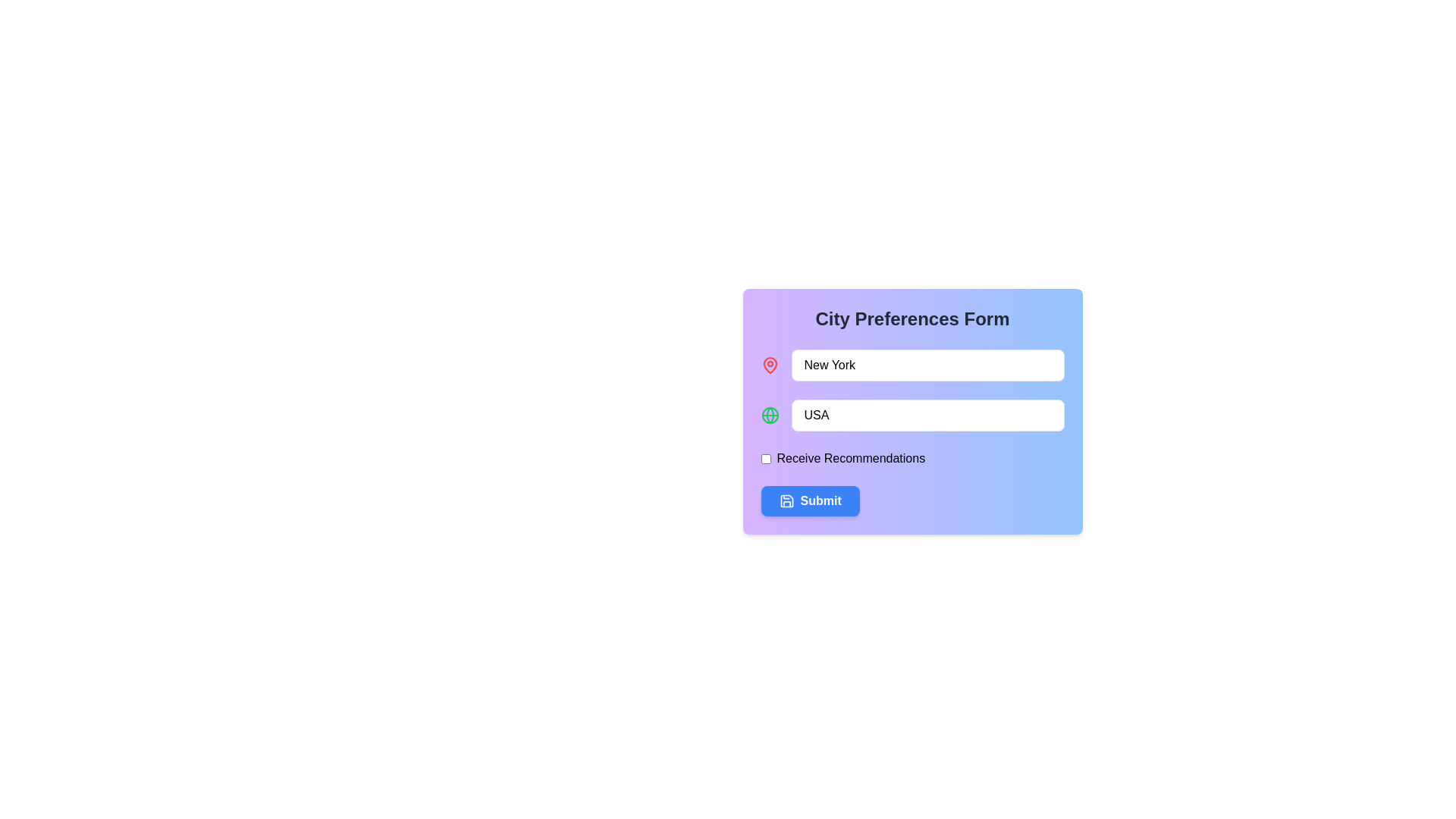 This screenshot has height=819, width=1456. What do you see at coordinates (851, 458) in the screenshot?
I see `the label element displaying 'Receive Recommendations', which is located to the right of a checkbox and positioned below the second input field and above the 'Submit' button` at bounding box center [851, 458].